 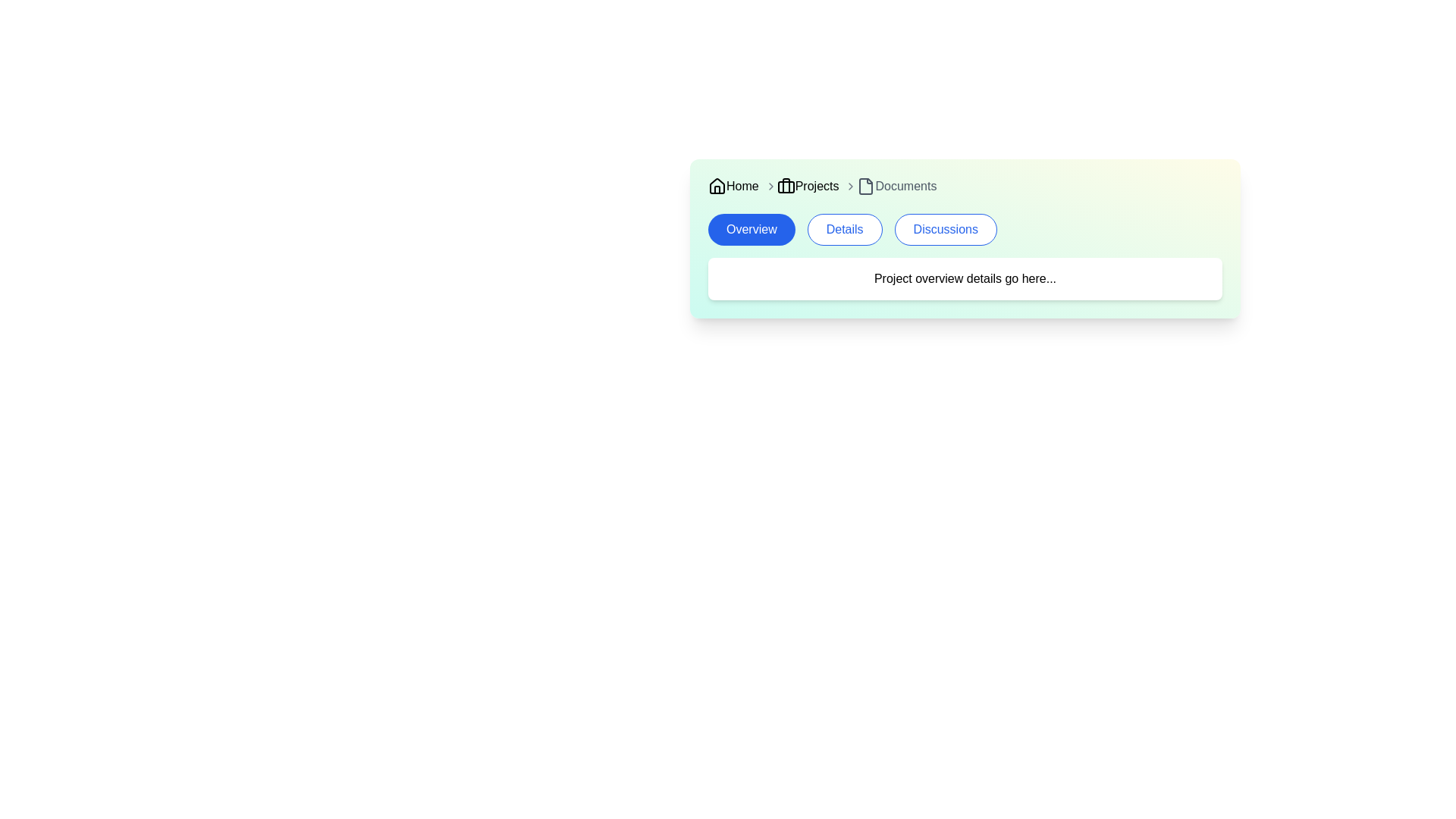 What do you see at coordinates (733, 186) in the screenshot?
I see `the Breadcrumb navigation link located at the leftmost position in the breadcrumb navigation bar` at bounding box center [733, 186].